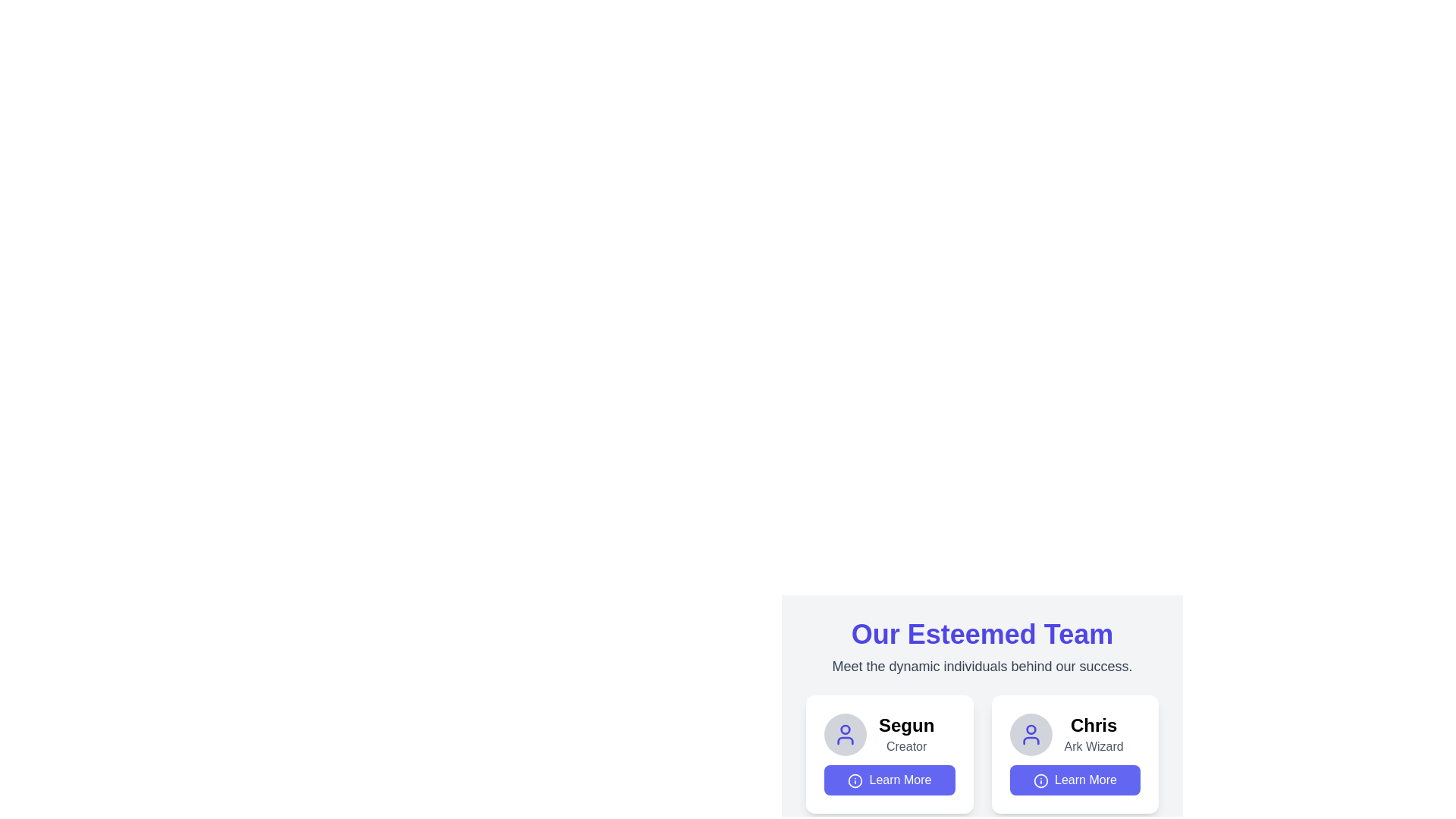 The image size is (1456, 819). What do you see at coordinates (844, 733) in the screenshot?
I see `the Avatar icon with a gray background and a blue user silhouette symbol, located in the profile card of 'Segun' in the 'Our Esteemed Team' section` at bounding box center [844, 733].